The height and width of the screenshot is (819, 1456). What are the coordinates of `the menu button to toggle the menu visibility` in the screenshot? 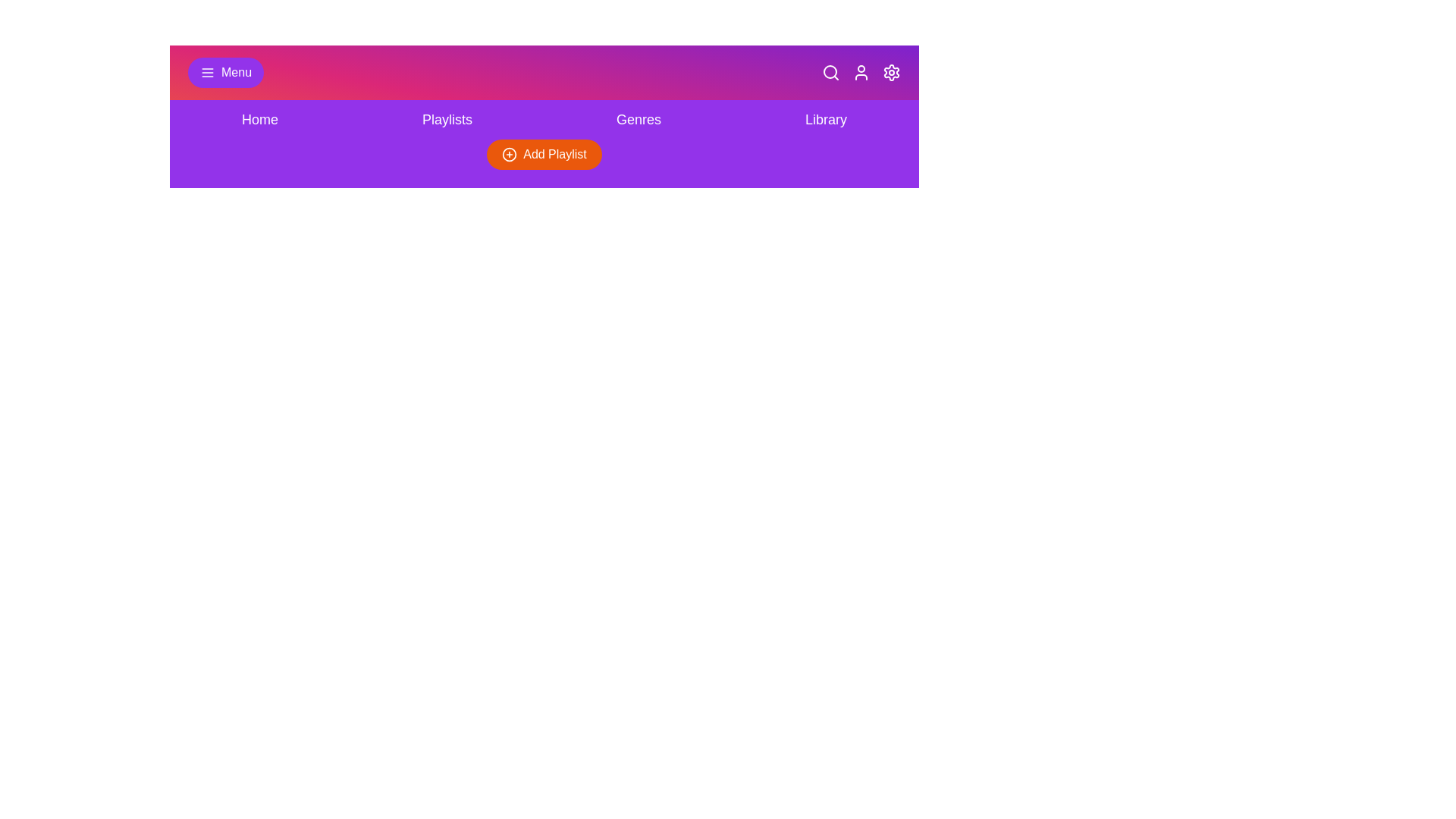 It's located at (224, 73).